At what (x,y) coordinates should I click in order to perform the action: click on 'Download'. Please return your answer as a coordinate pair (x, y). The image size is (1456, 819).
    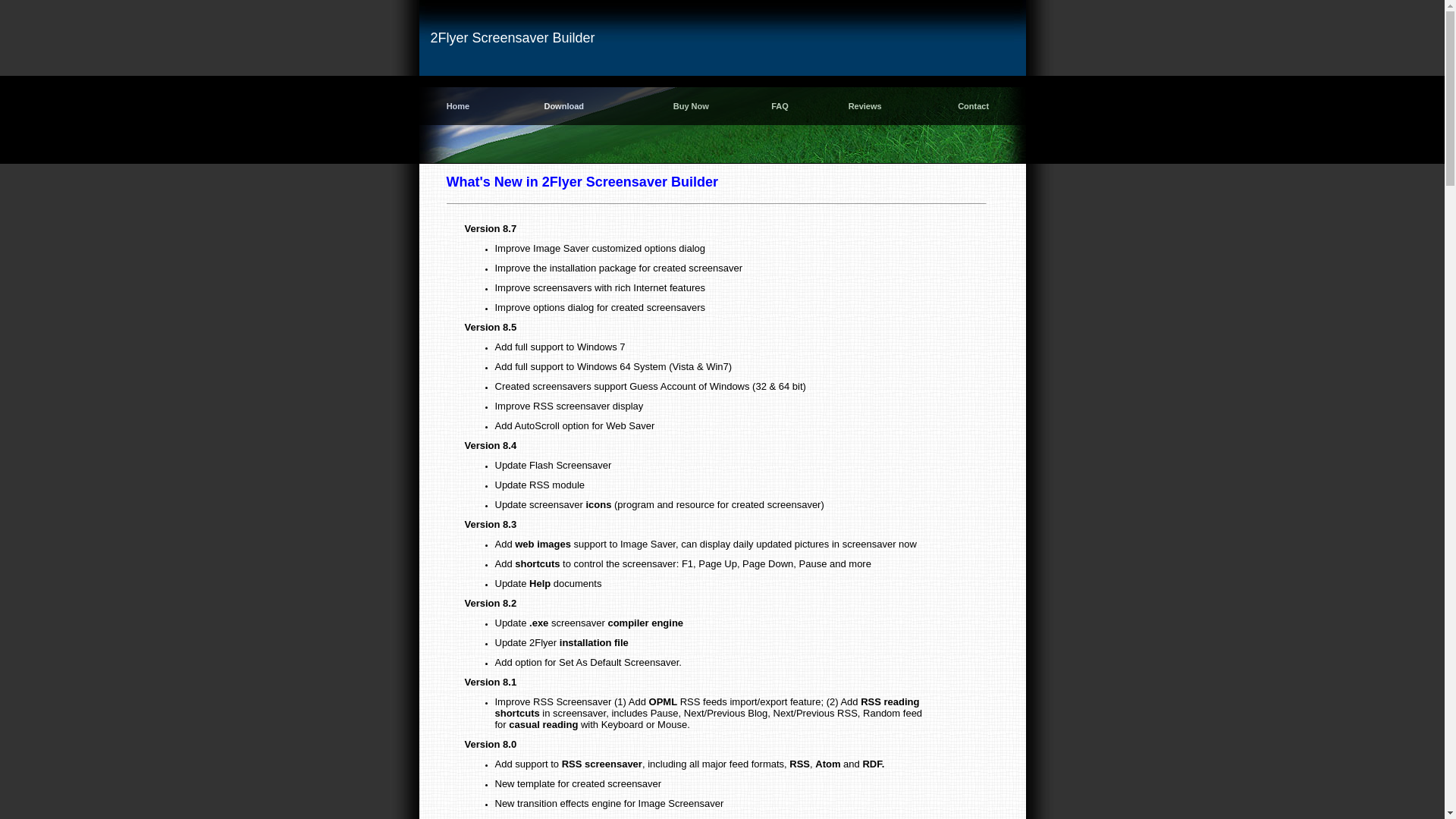
    Looking at the image, I should click on (563, 105).